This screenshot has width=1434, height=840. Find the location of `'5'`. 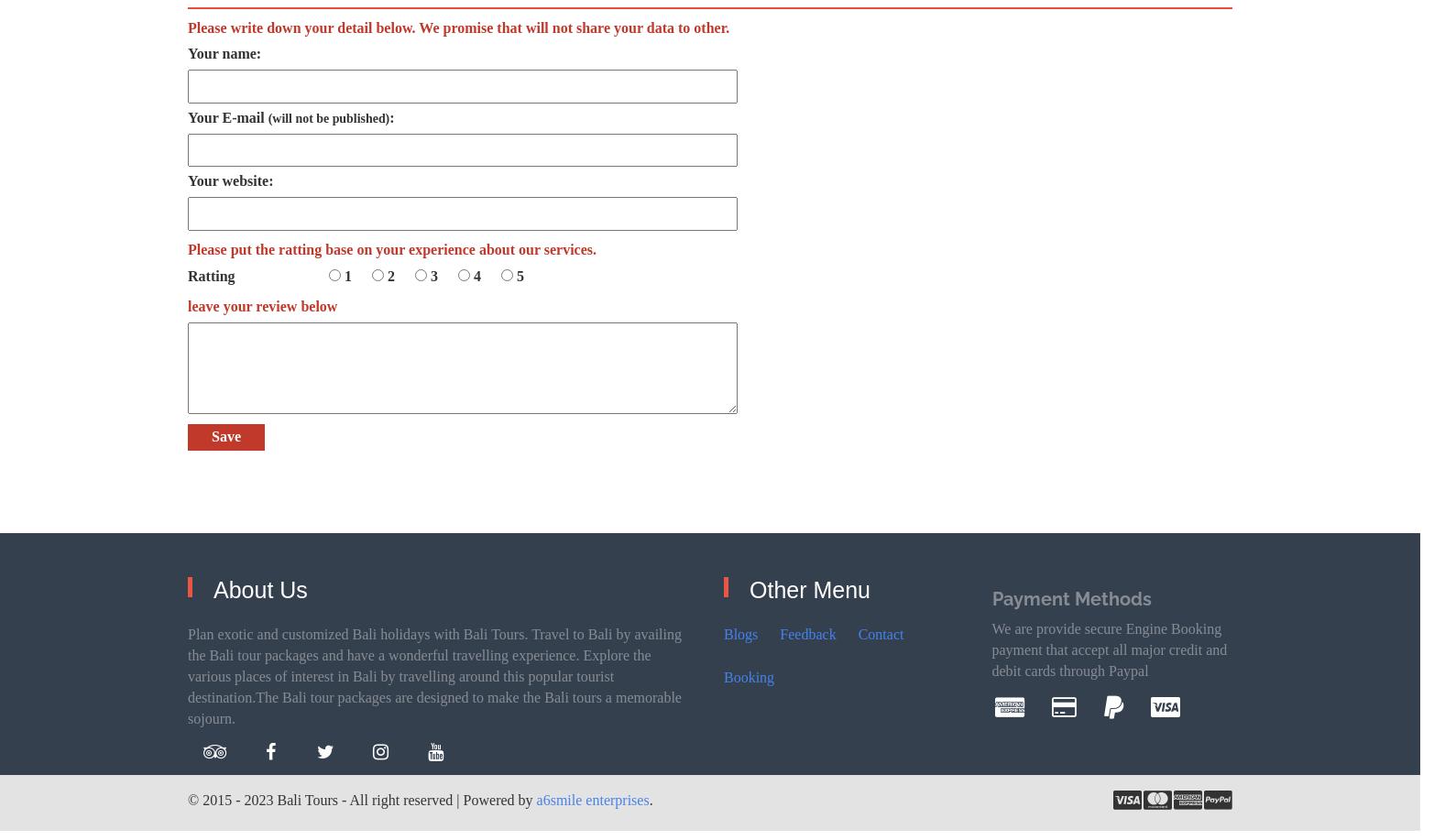

'5' is located at coordinates (520, 275).